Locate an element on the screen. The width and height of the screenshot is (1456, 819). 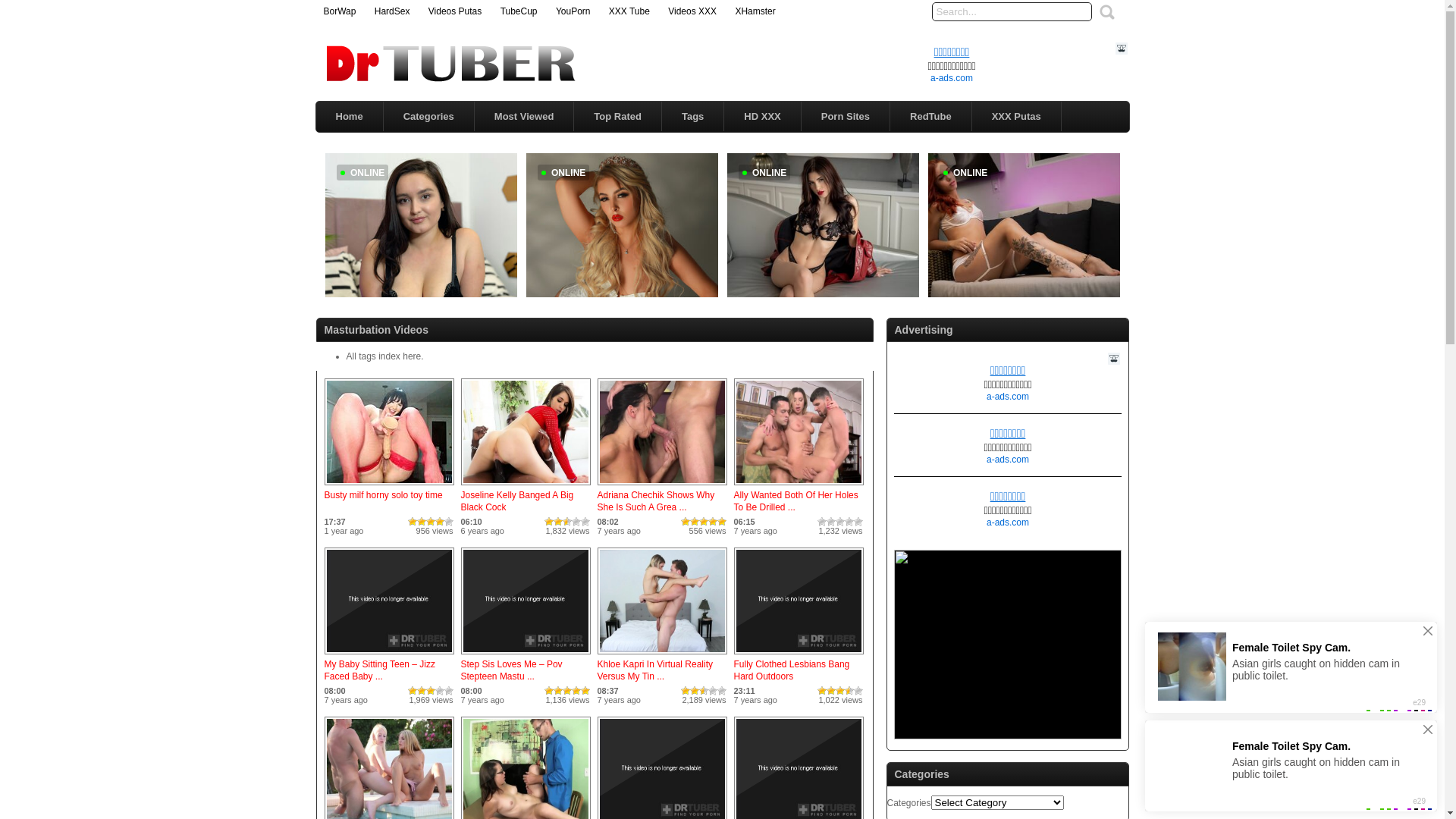
'Fully Clothed Lesbians Bang Hard Outdoors' is located at coordinates (798, 654).